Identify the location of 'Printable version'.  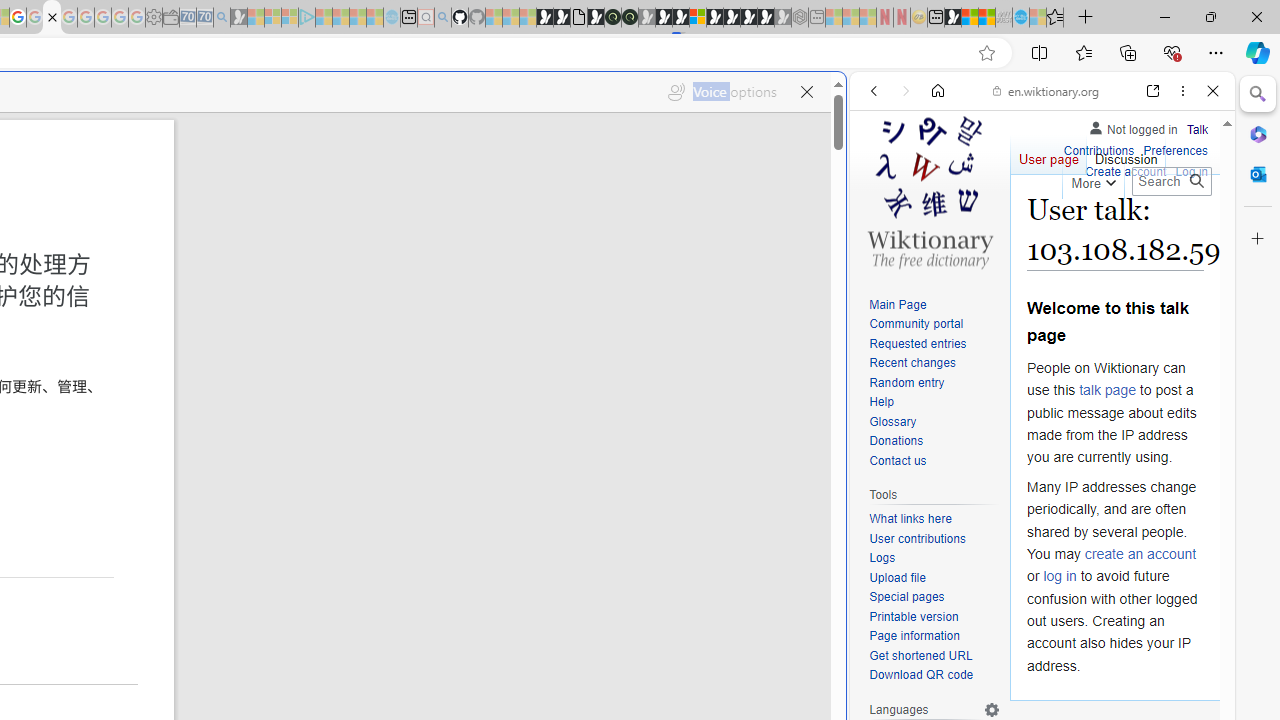
(934, 616).